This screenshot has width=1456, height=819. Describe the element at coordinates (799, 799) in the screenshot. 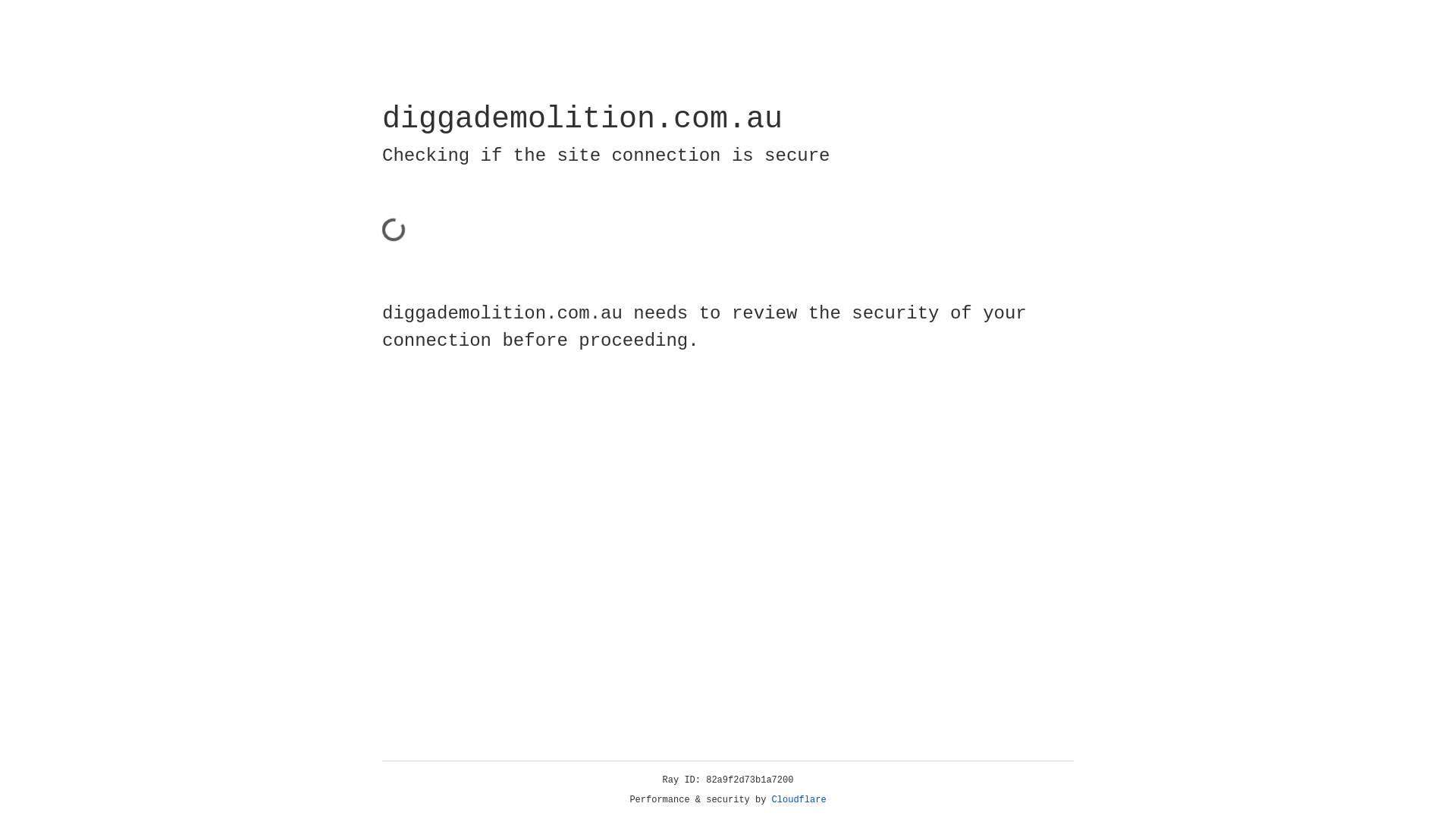

I see `'Cloudflare'` at that location.